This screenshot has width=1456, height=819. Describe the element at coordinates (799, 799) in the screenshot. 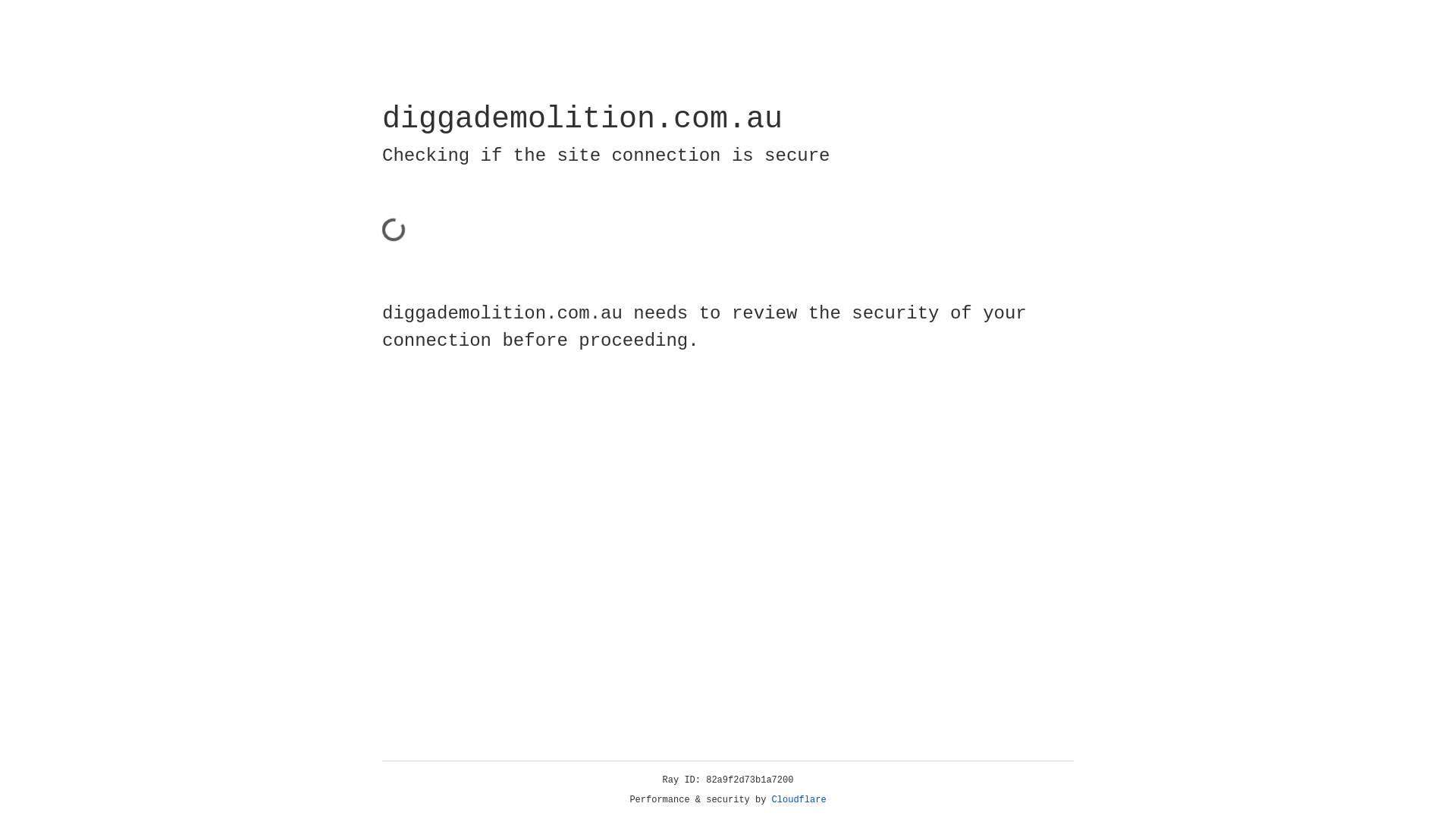

I see `'Cloudflare'` at that location.